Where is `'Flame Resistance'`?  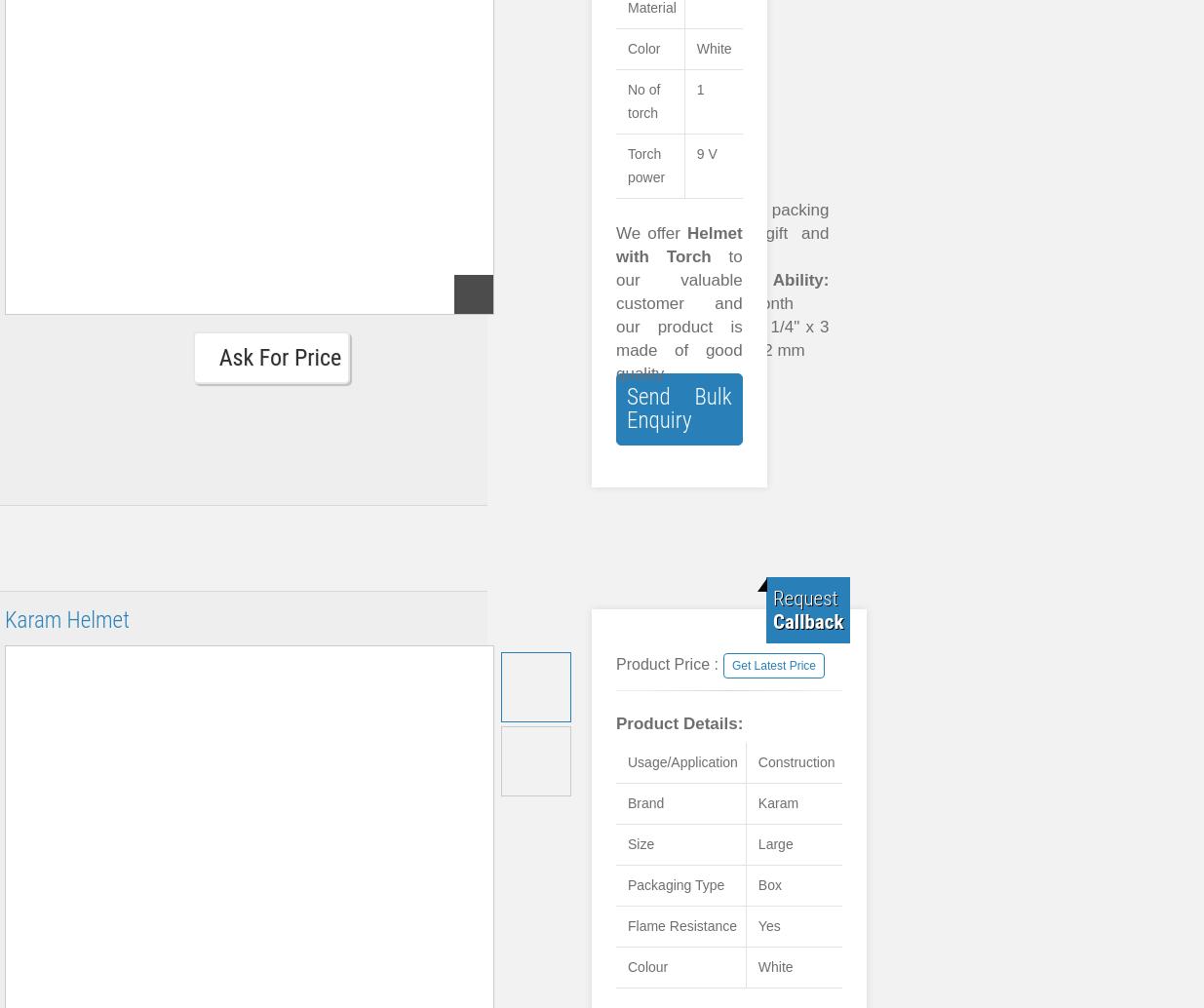
'Flame Resistance' is located at coordinates (681, 925).